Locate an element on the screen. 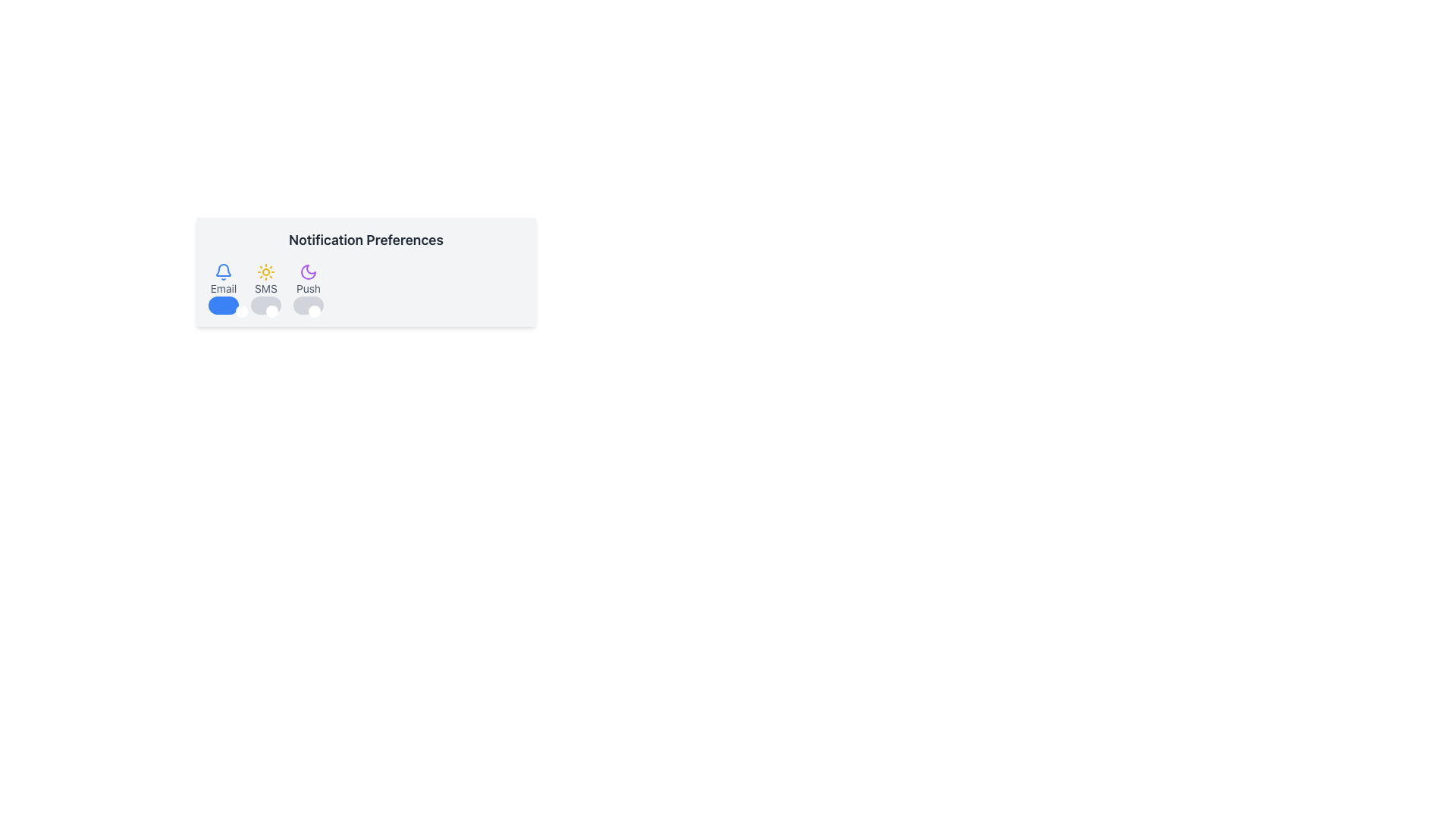  the 'Email' notification icon located above the label 'Email' within the notification preferences card is located at coordinates (222, 271).